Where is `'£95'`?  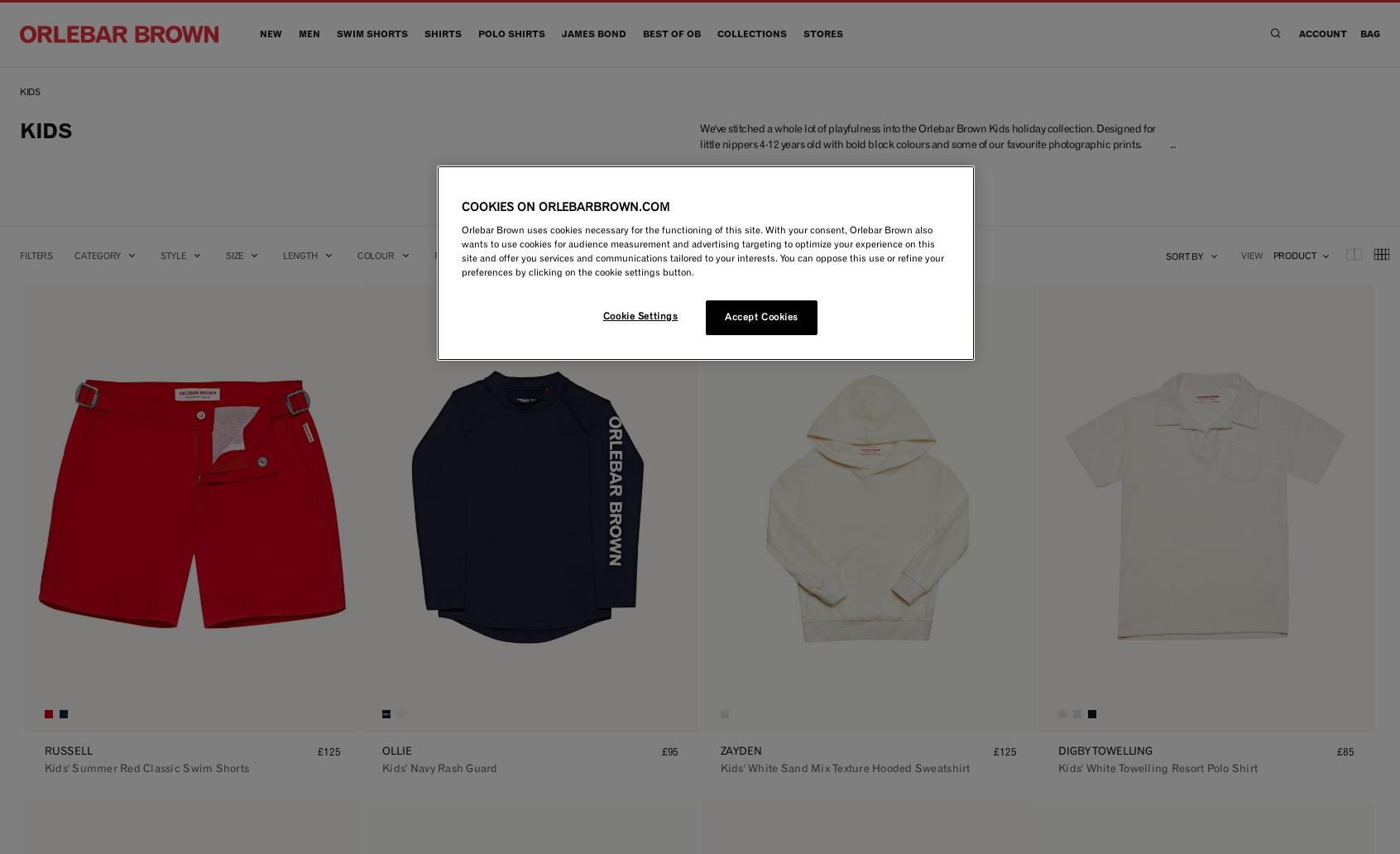 '£95' is located at coordinates (669, 750).